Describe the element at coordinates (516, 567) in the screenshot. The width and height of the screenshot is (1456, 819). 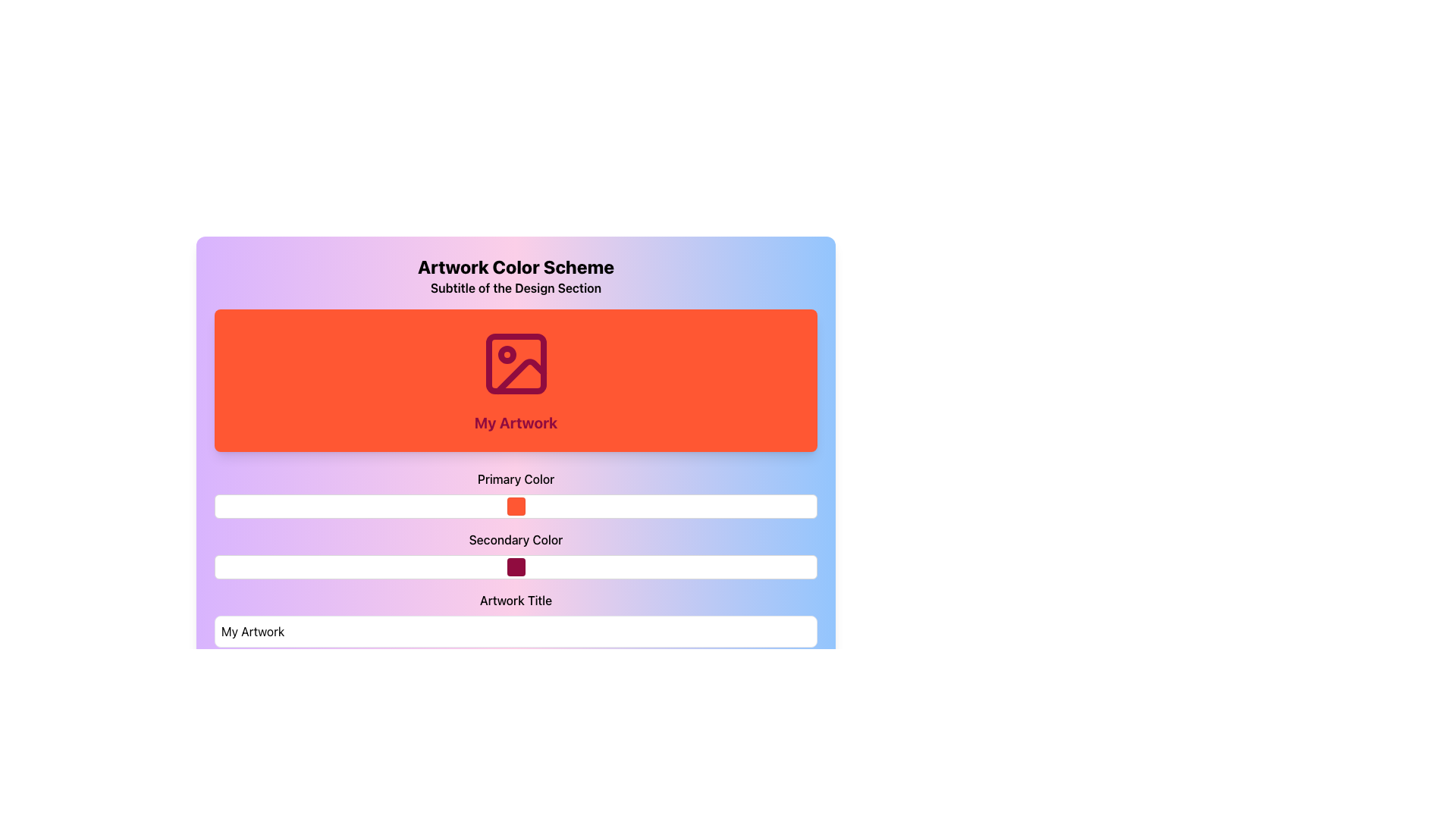
I see `the deep maroon color swatch located in the 'Secondary Color' field` at that location.